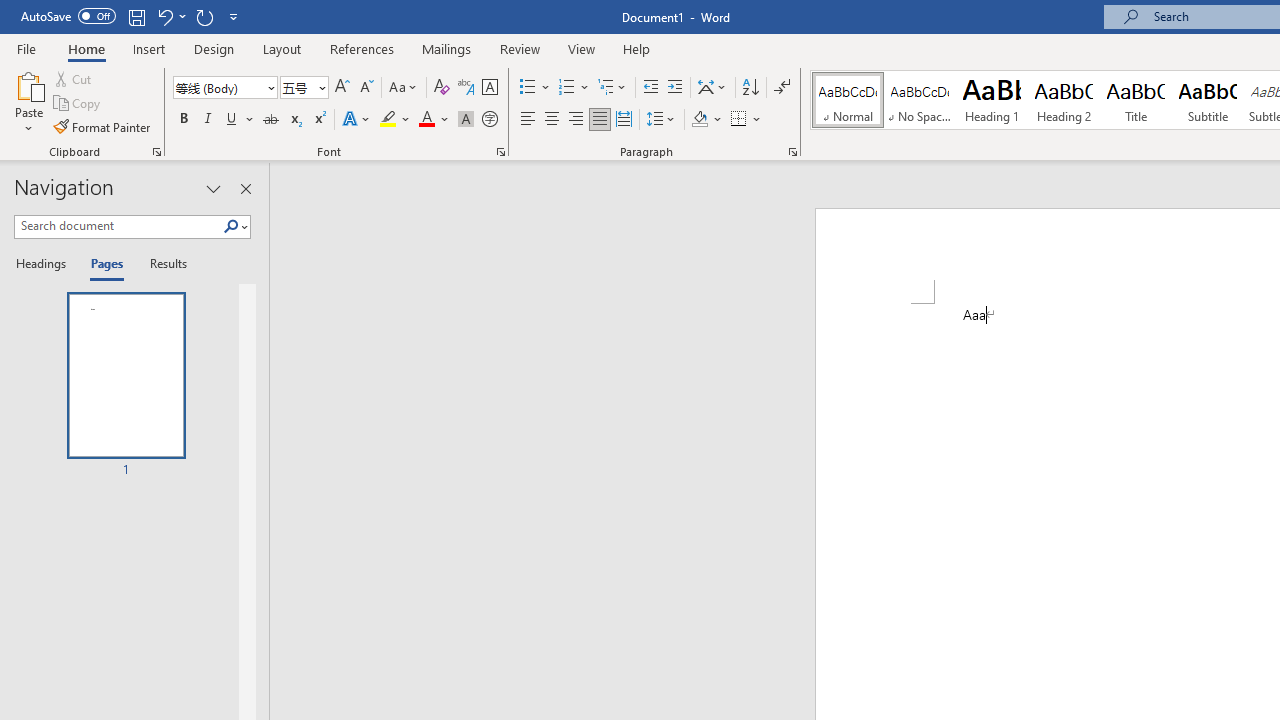  What do you see at coordinates (573, 86) in the screenshot?
I see `'Numbering'` at bounding box center [573, 86].